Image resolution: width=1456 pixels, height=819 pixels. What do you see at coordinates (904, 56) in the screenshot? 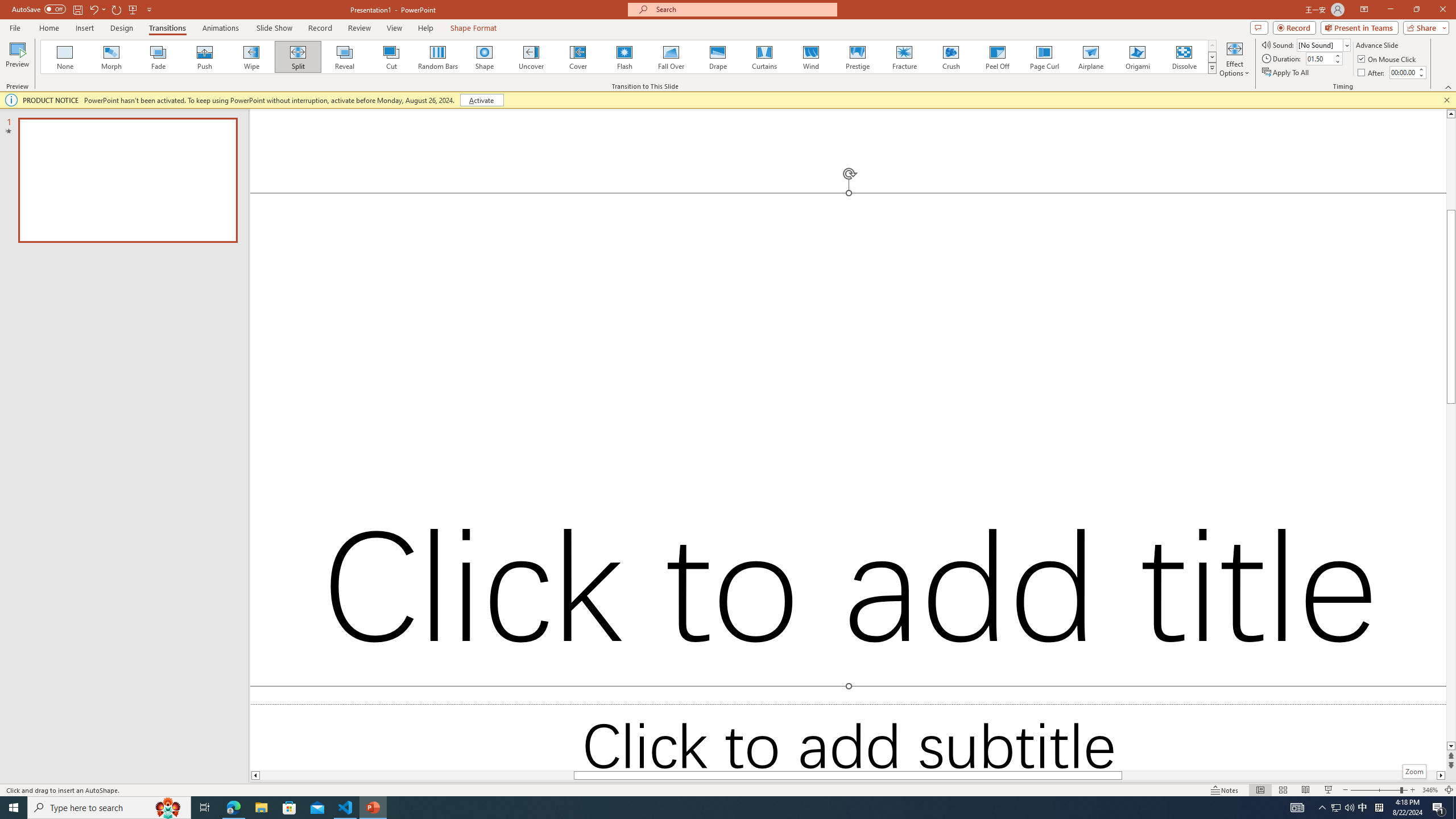
I see `'Fracture'` at bounding box center [904, 56].